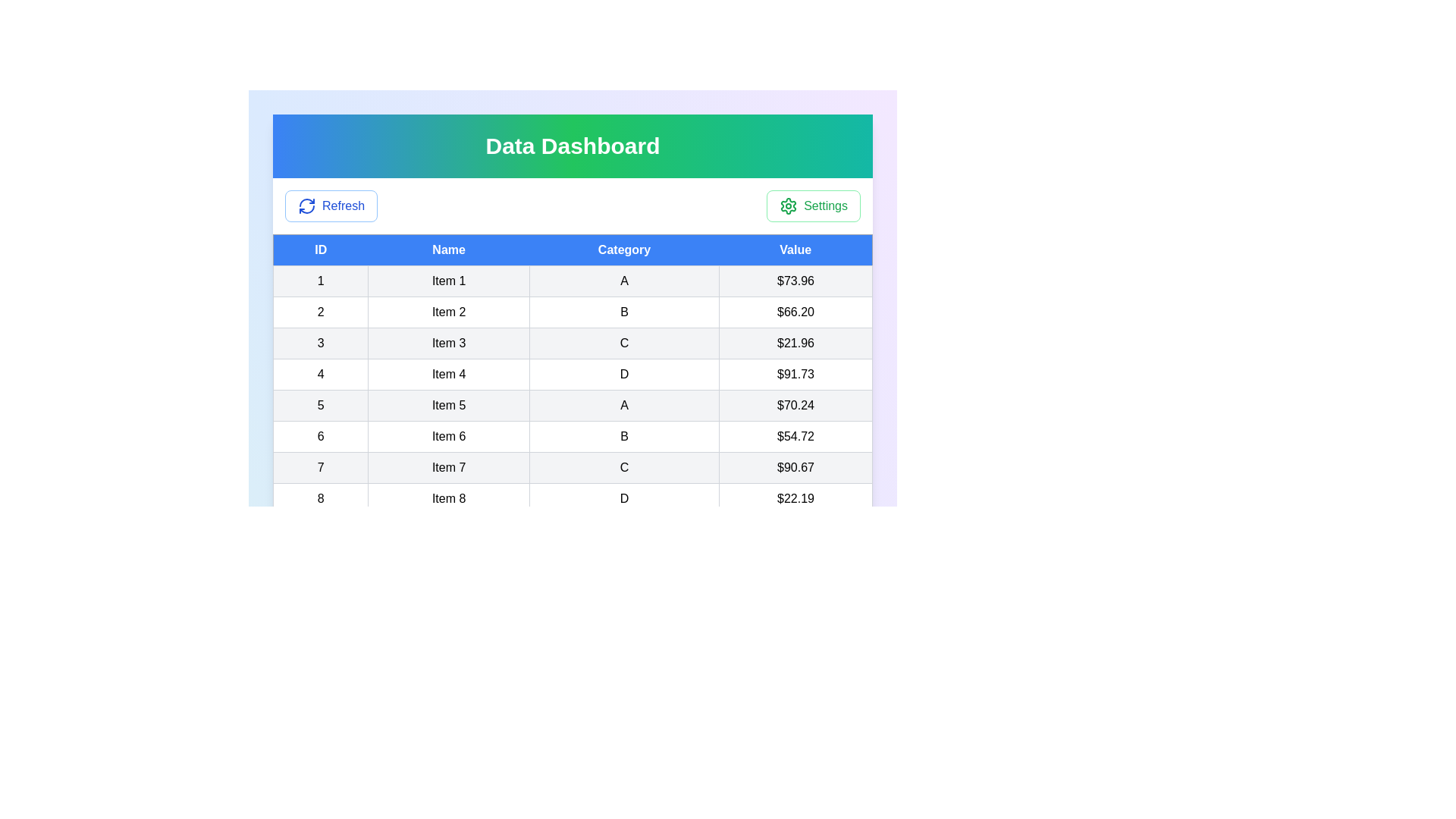  I want to click on the table header Category to sort or filter the column, so click(624, 249).